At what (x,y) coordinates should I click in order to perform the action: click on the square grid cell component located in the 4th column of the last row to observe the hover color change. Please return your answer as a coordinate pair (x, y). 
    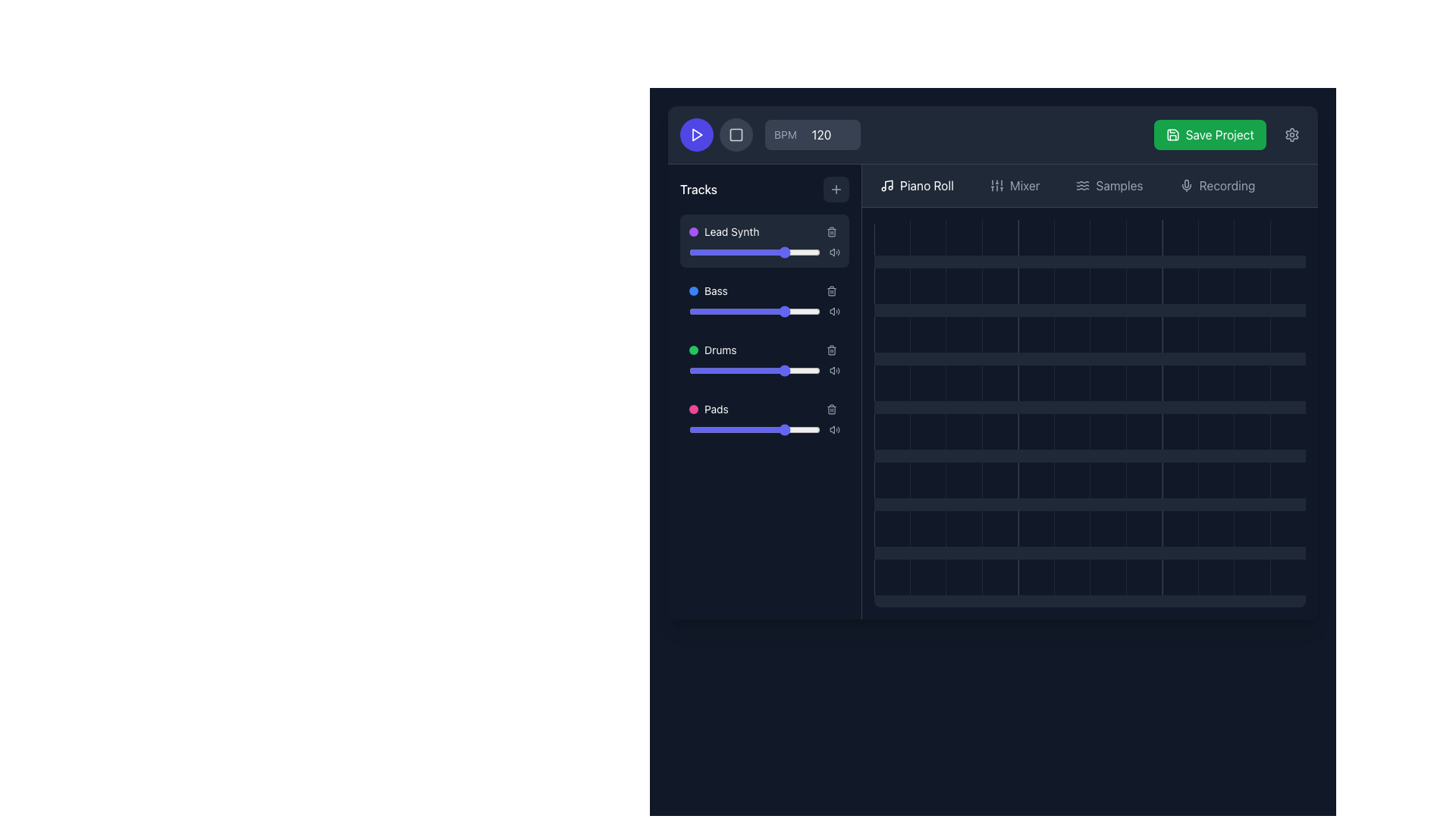
    Looking at the image, I should click on (999, 577).